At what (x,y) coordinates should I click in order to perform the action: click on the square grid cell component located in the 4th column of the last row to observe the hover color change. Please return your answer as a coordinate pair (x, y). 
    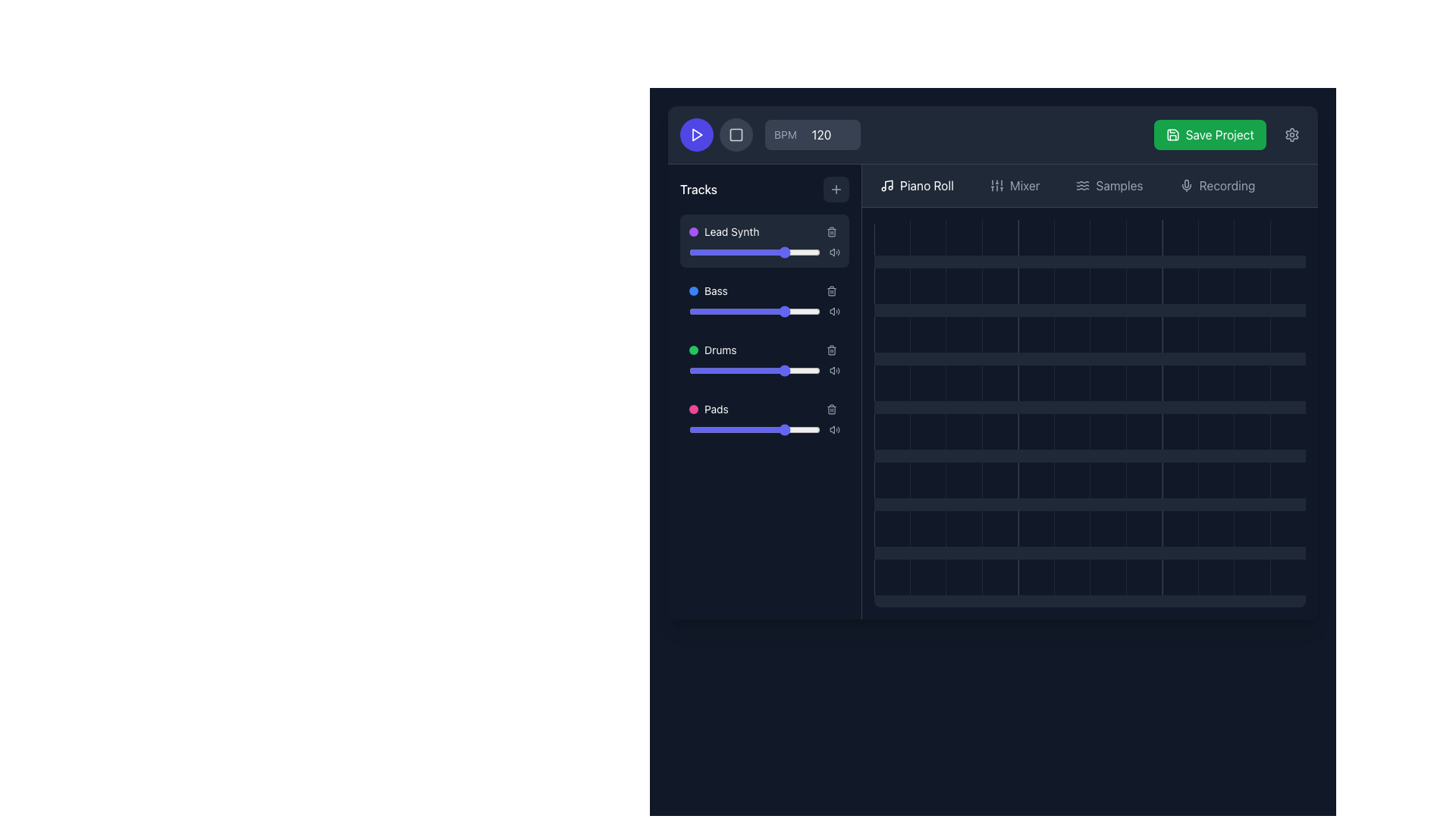
    Looking at the image, I should click on (999, 577).